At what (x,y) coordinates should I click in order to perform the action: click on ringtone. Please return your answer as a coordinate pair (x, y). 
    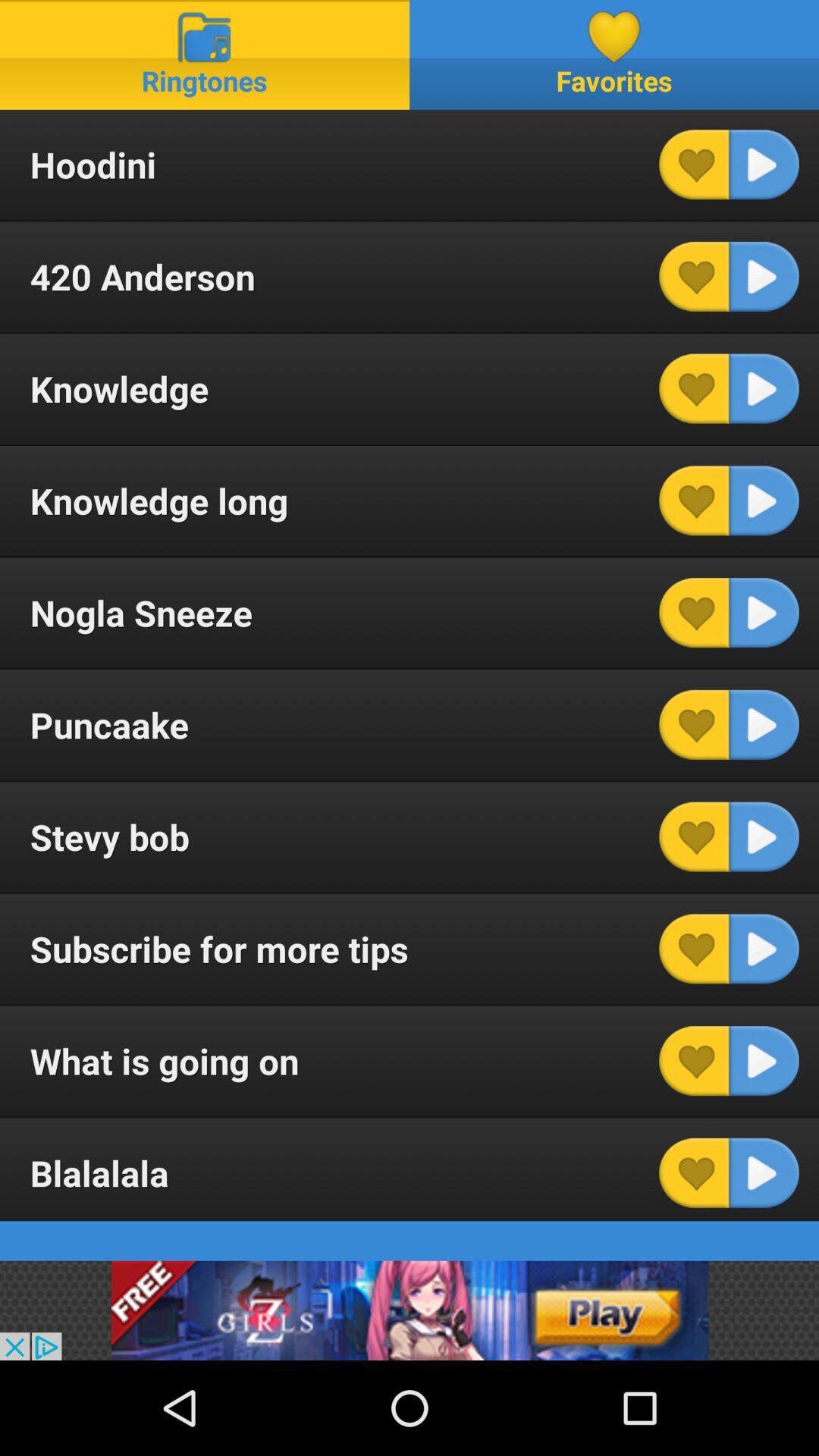
    Looking at the image, I should click on (764, 276).